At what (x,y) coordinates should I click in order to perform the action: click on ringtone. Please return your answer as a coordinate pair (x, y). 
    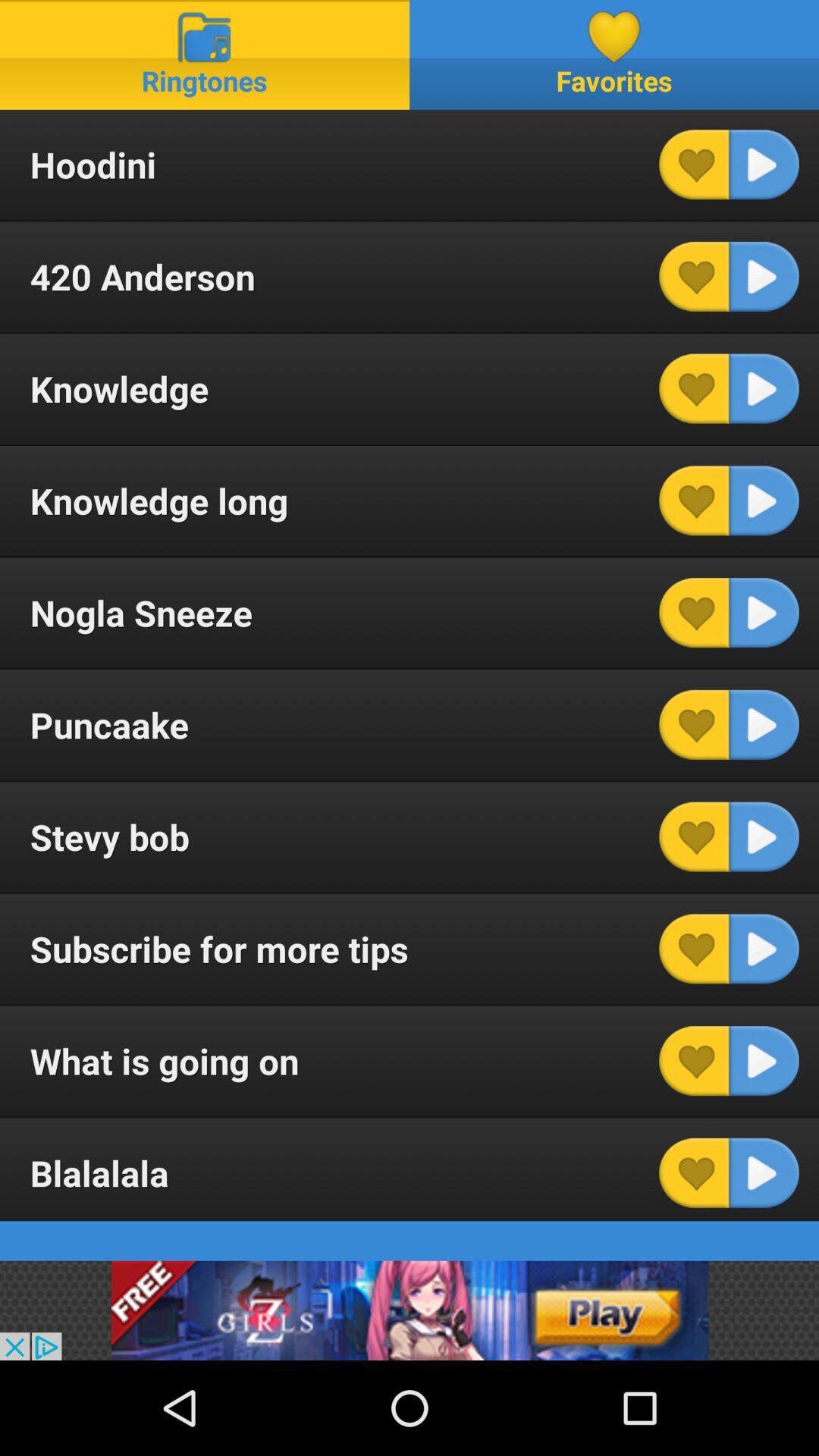
    Looking at the image, I should click on (764, 276).